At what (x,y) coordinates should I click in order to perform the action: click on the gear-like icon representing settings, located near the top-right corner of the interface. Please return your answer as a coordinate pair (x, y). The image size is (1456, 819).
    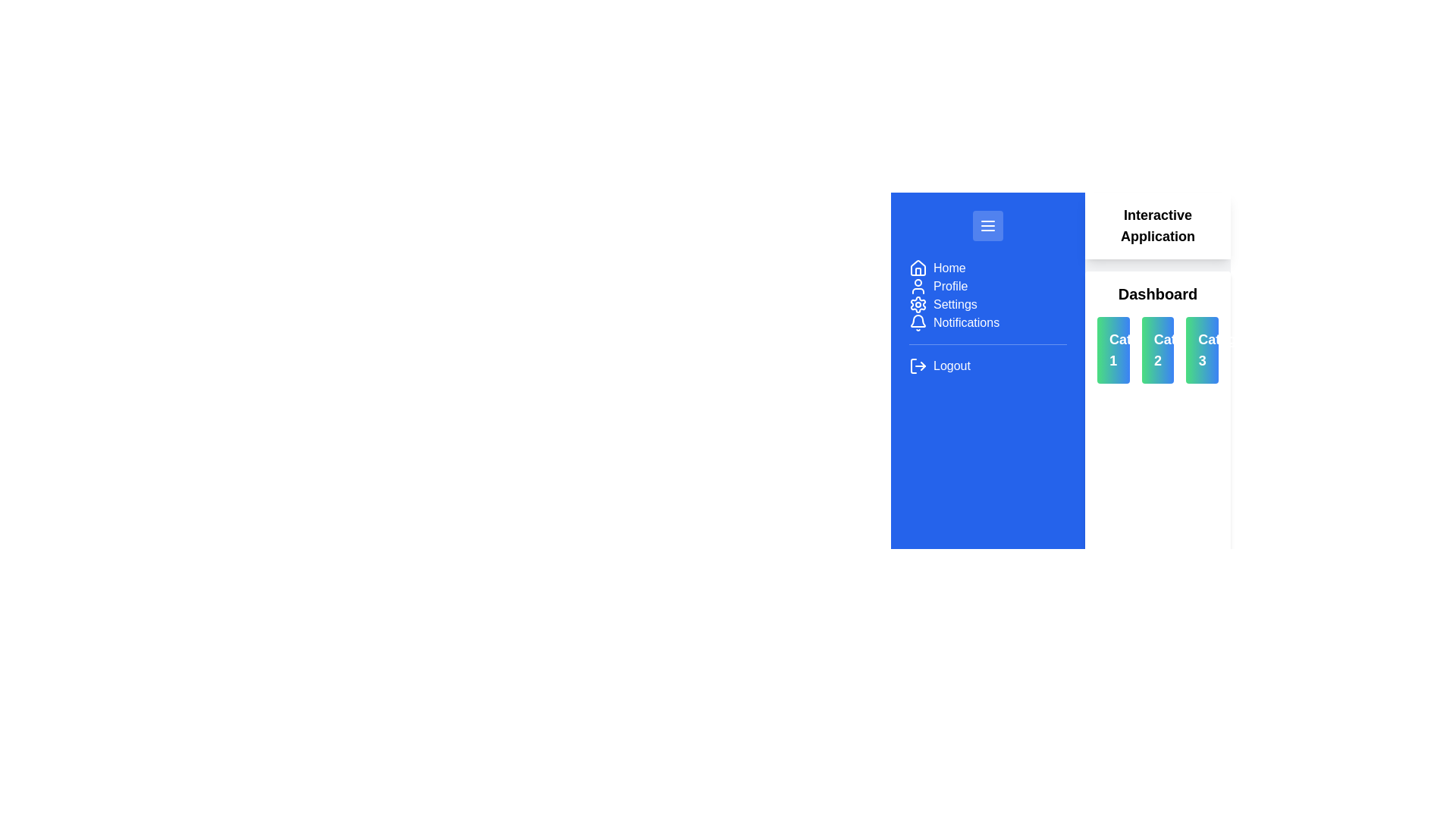
    Looking at the image, I should click on (917, 304).